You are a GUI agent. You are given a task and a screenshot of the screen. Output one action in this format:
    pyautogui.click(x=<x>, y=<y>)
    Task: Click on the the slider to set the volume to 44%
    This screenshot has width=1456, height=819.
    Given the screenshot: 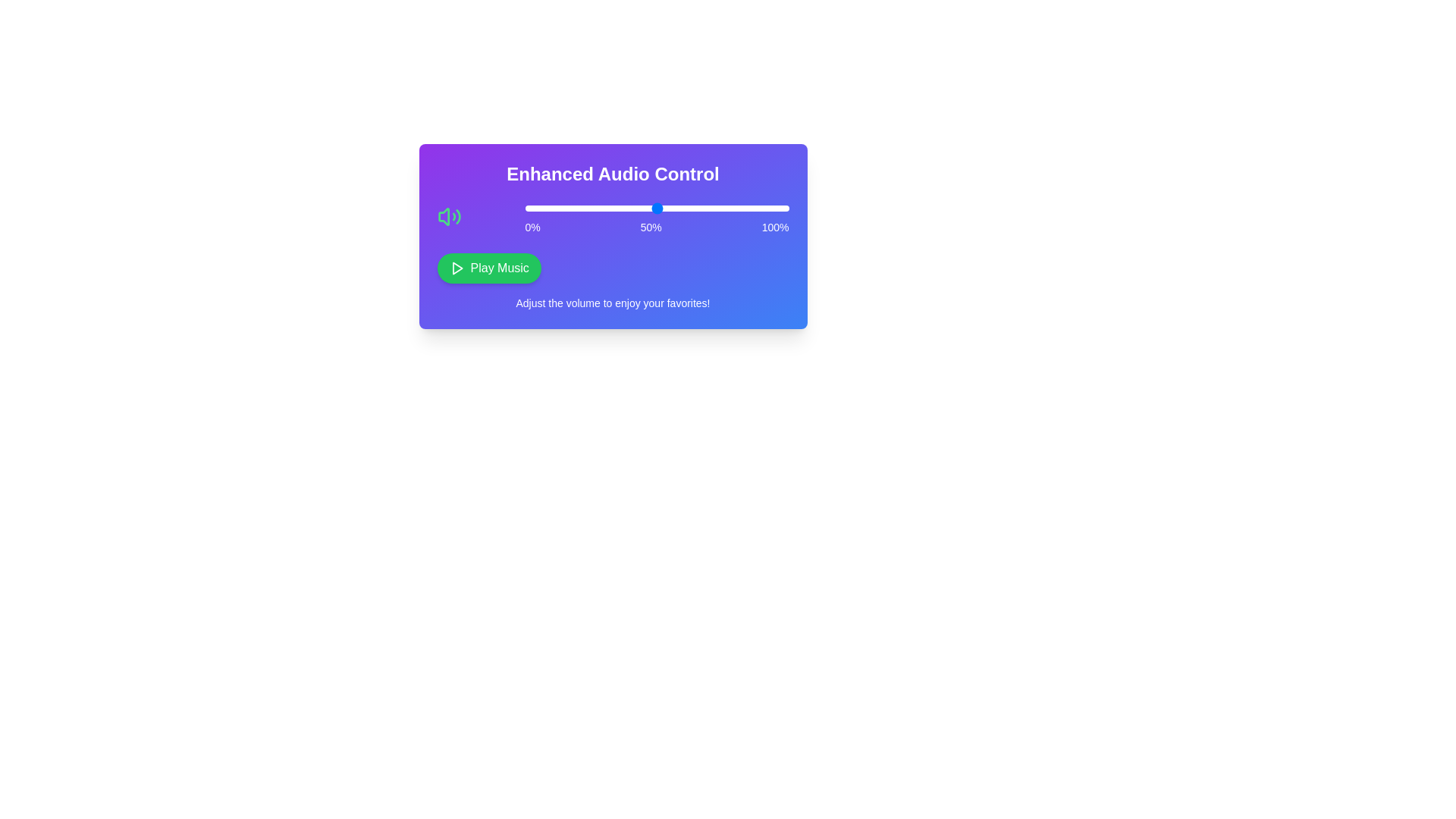 What is the action you would take?
    pyautogui.click(x=641, y=208)
    